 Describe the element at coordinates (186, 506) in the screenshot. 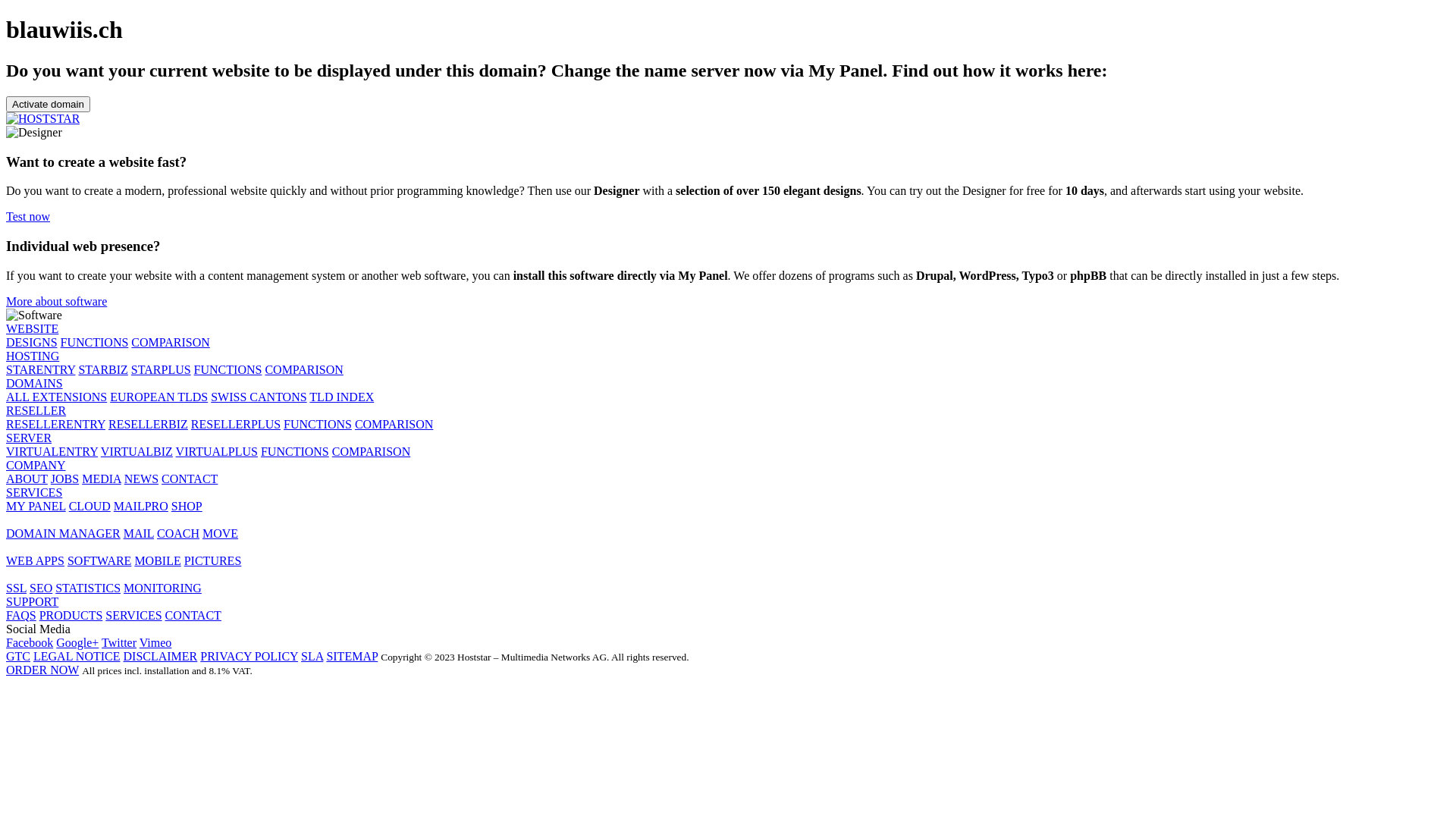

I see `'SHOP'` at that location.